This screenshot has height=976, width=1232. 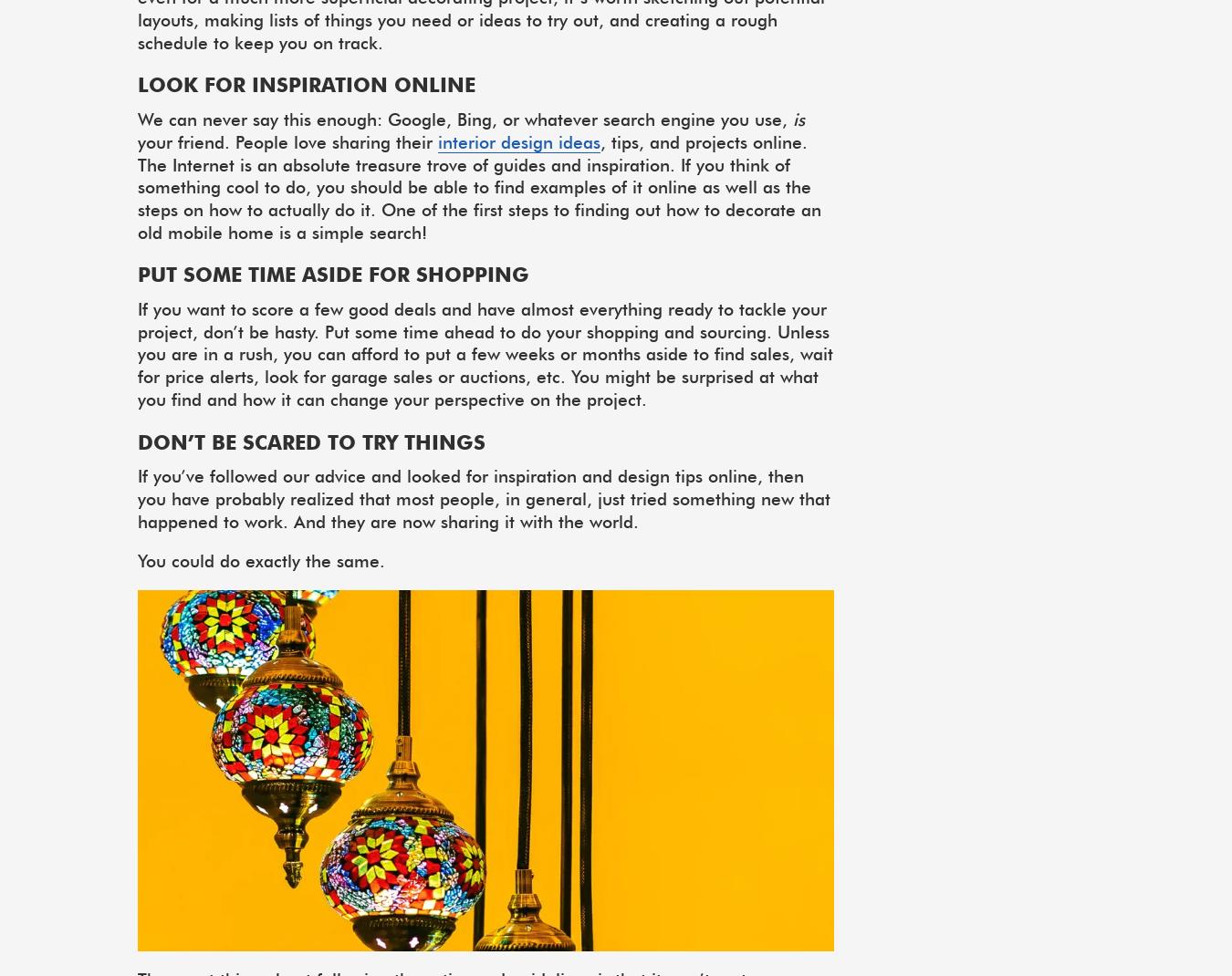 What do you see at coordinates (311, 441) in the screenshot?
I see `'Don’t be scared to try things'` at bounding box center [311, 441].